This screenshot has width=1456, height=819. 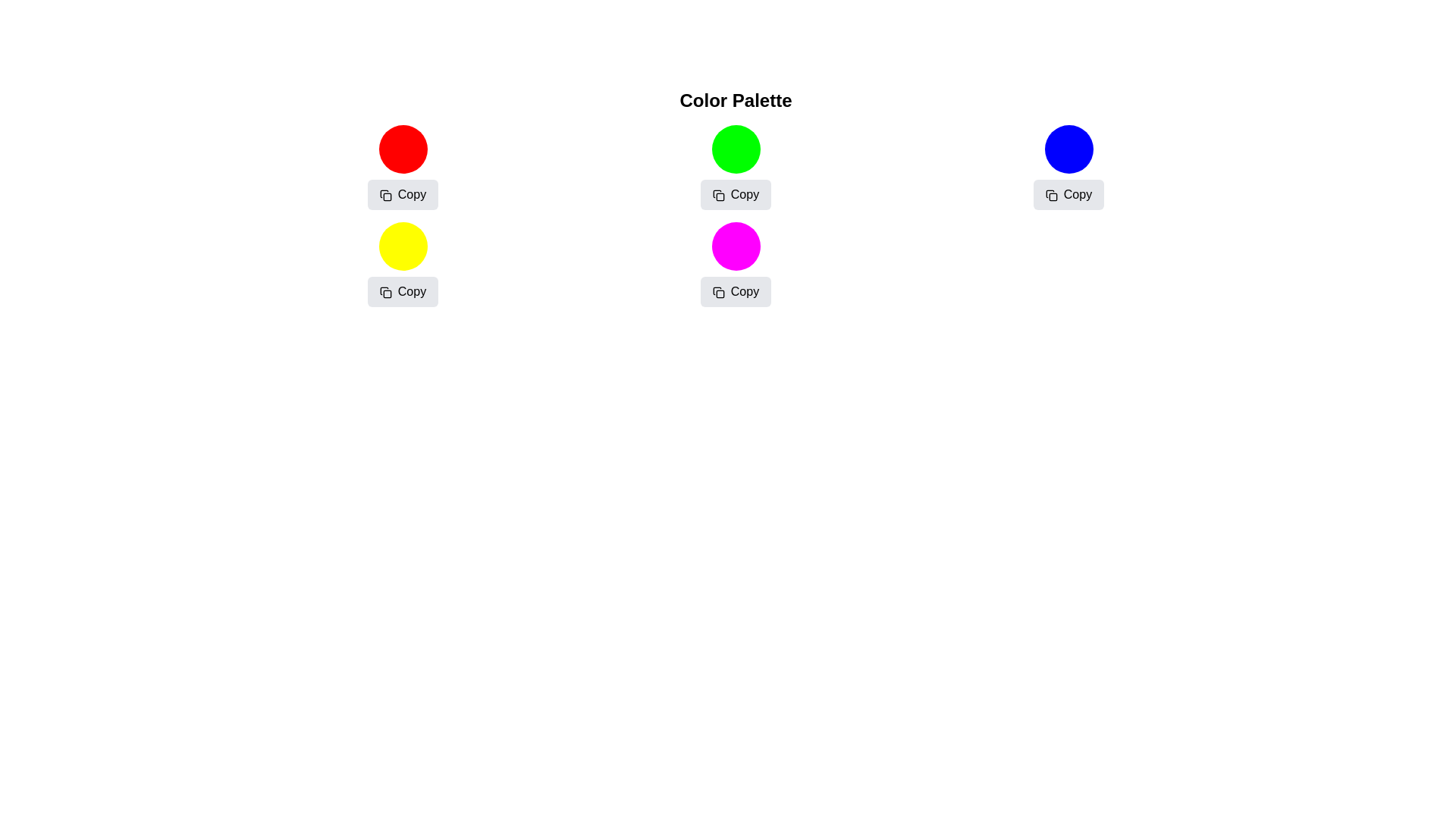 What do you see at coordinates (736, 245) in the screenshot?
I see `the magenta color swatch located in the color palette section, positioned in the second row between the top green circle and the bottom 'Copy' button` at bounding box center [736, 245].